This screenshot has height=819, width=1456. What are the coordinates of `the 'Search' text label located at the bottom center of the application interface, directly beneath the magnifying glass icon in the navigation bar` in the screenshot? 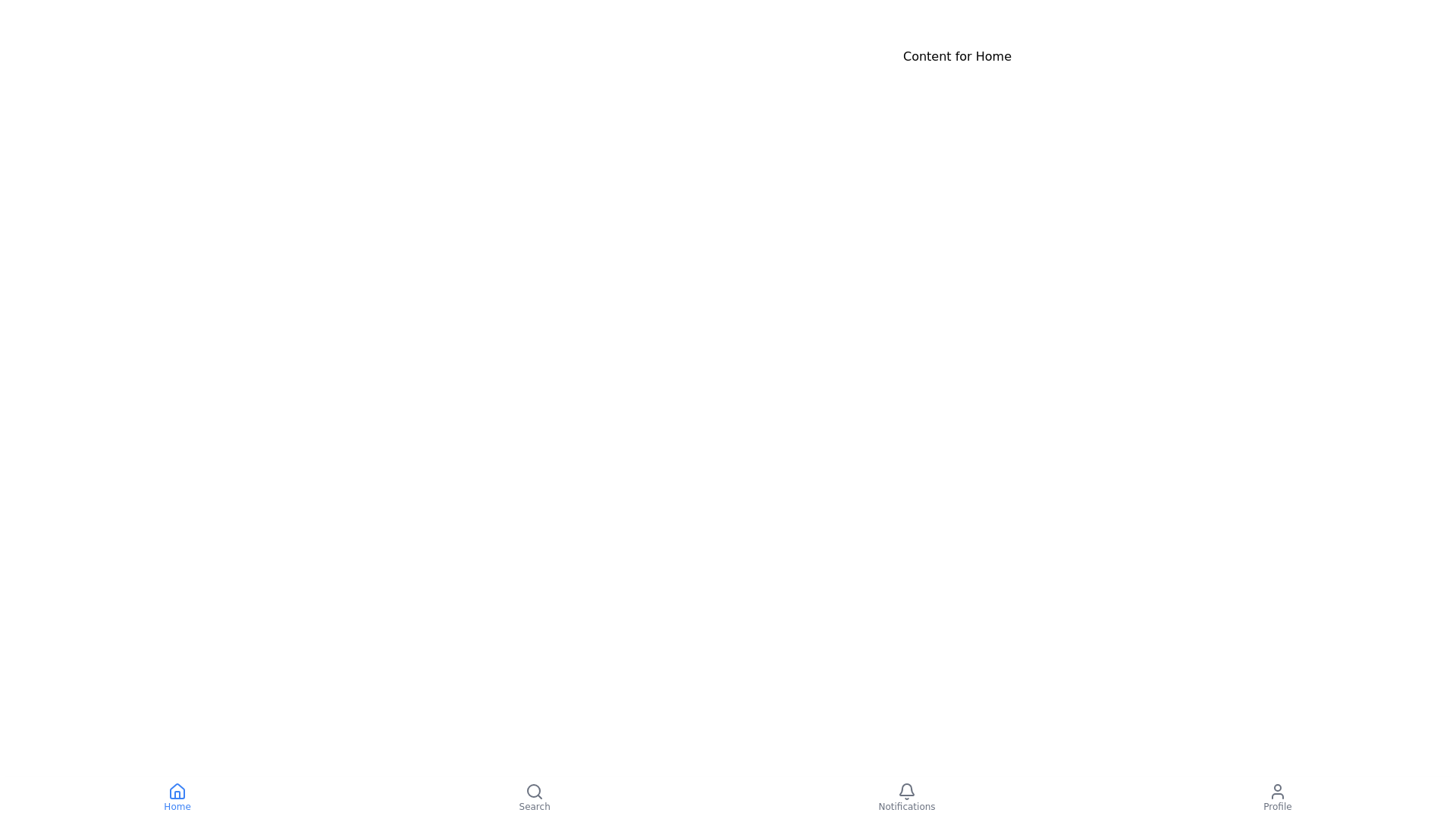 It's located at (535, 806).